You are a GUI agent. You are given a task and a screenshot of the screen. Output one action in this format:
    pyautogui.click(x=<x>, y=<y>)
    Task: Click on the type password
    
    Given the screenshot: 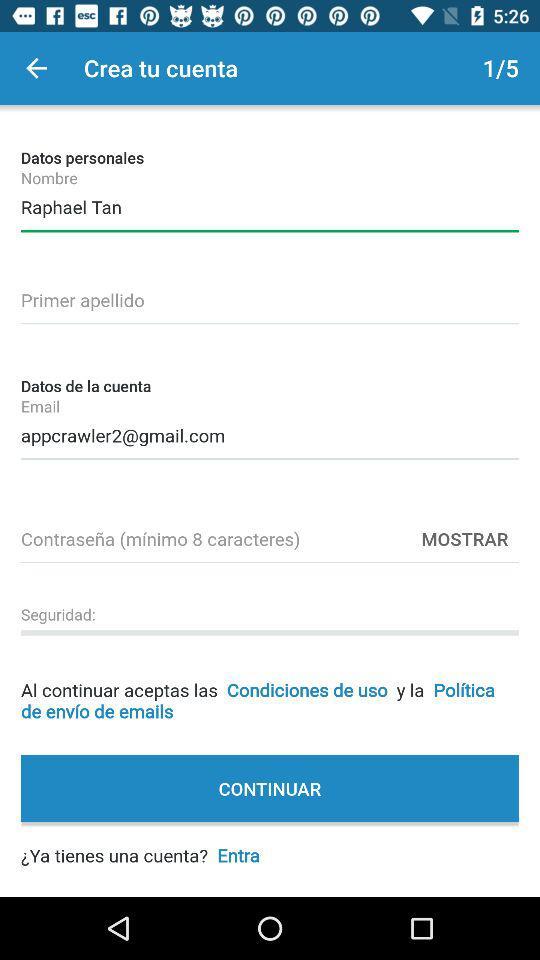 What is the action you would take?
    pyautogui.click(x=270, y=535)
    